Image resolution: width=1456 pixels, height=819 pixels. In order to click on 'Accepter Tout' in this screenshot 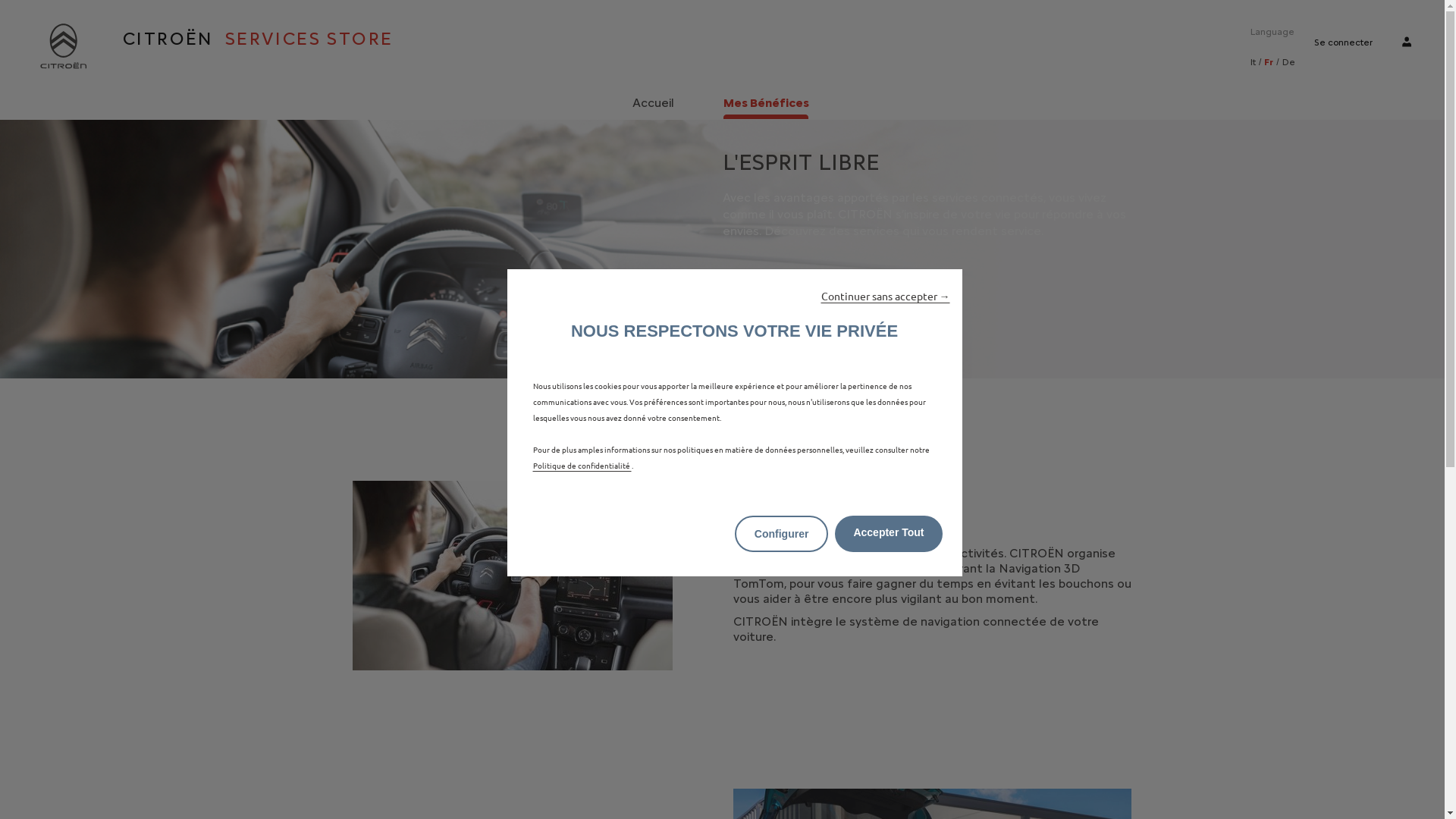, I will do `click(833, 533)`.